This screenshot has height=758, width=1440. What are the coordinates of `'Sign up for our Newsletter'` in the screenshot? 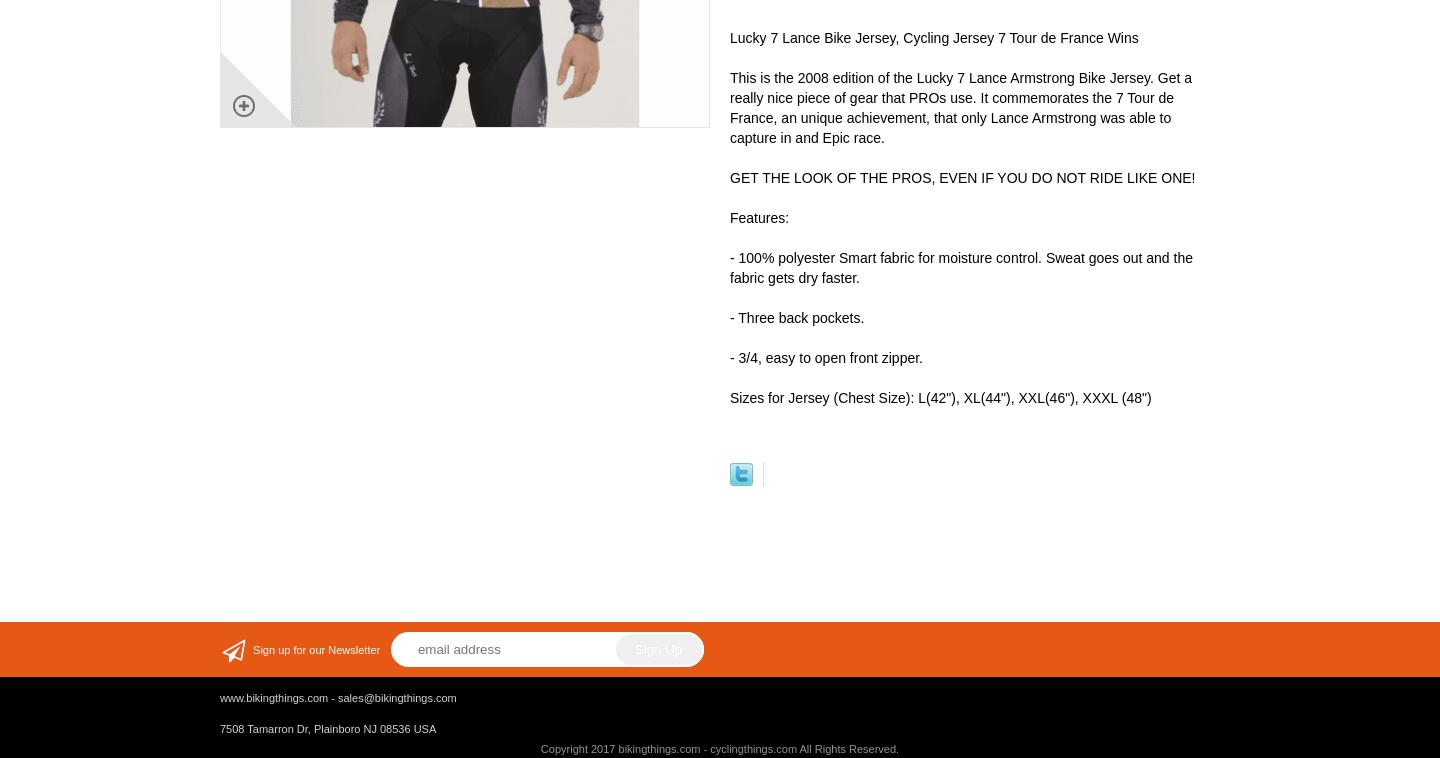 It's located at (316, 649).